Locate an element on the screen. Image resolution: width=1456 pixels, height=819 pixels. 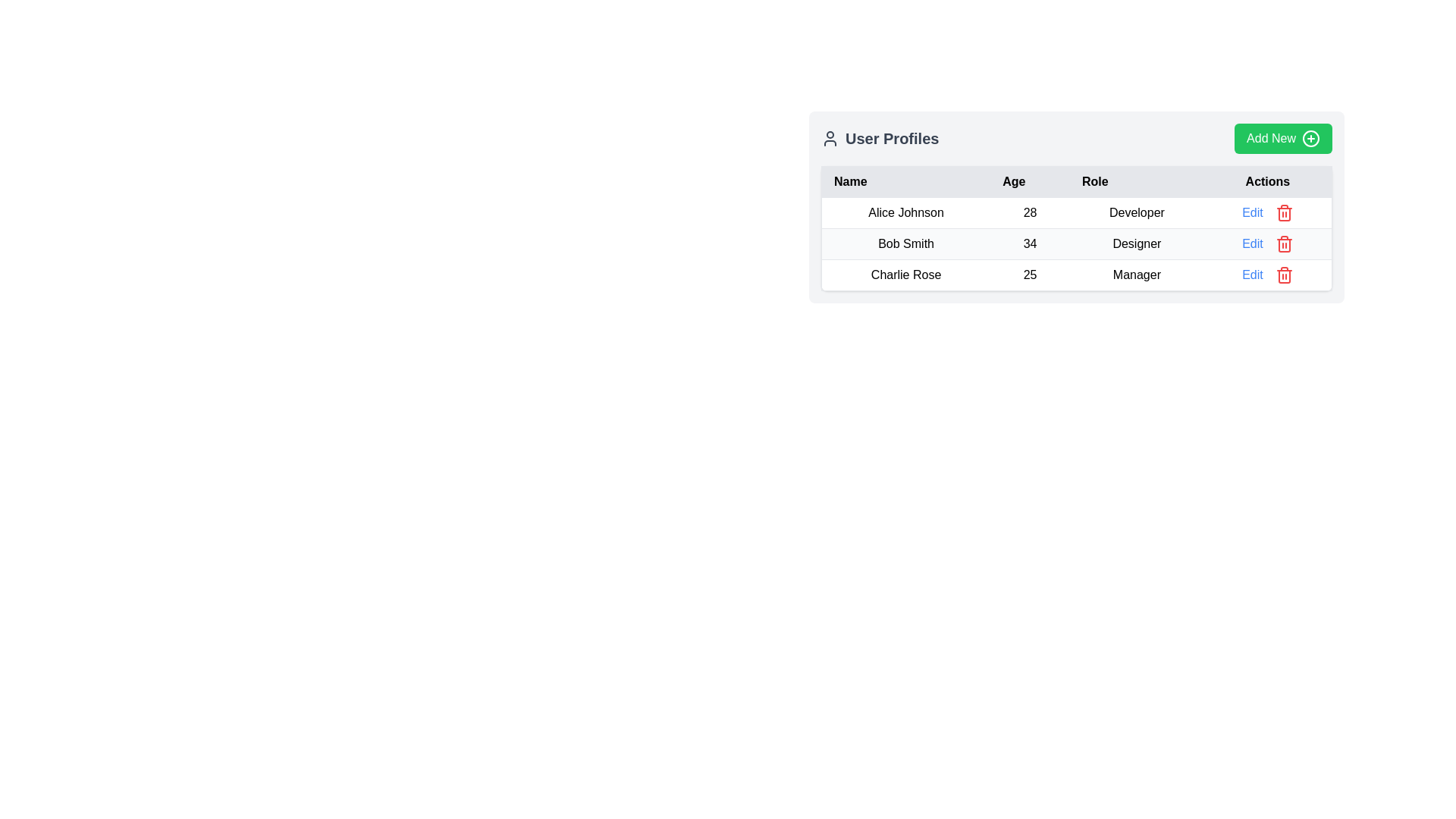
the red trash can icon is located at coordinates (1283, 275).